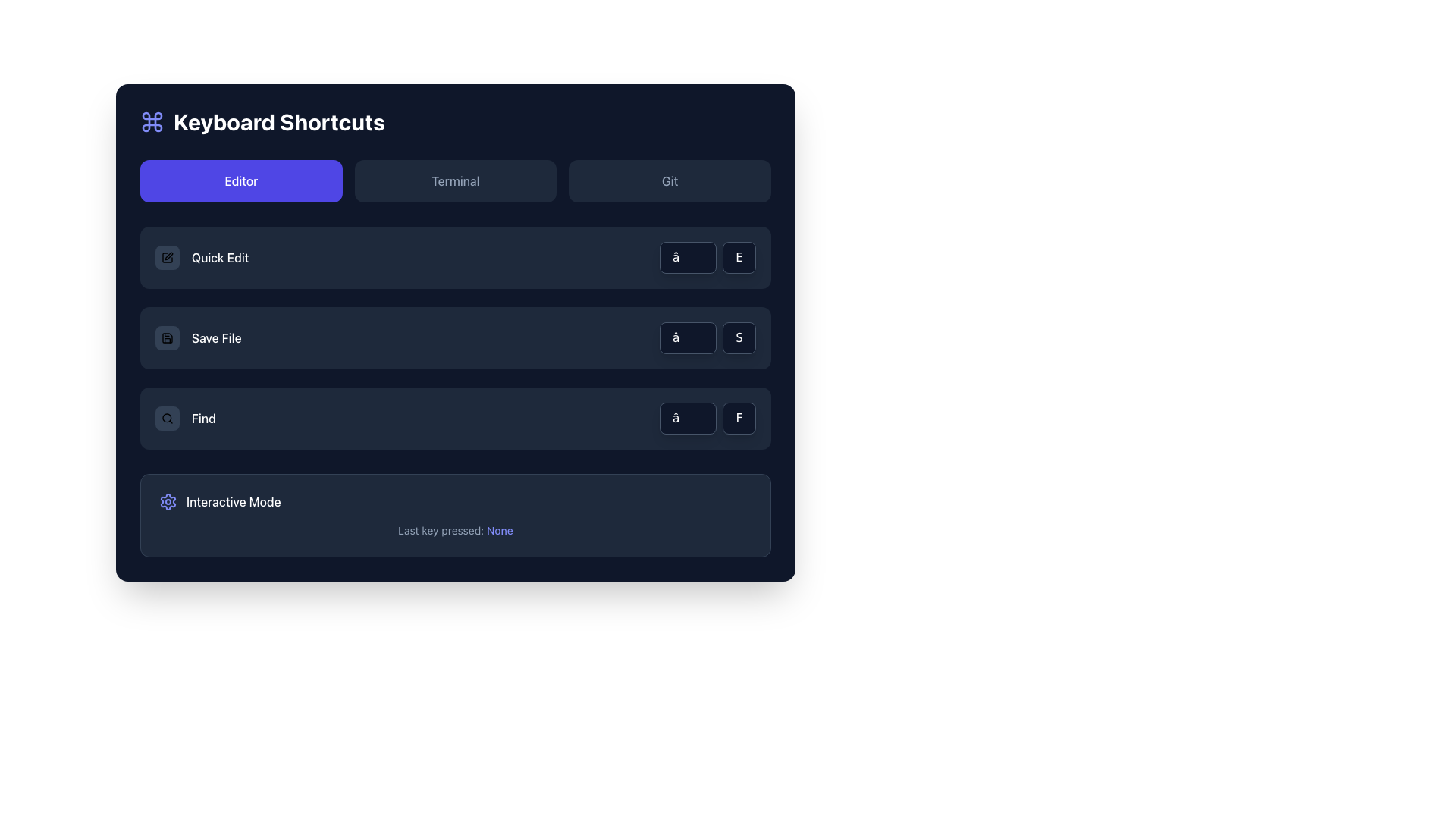 The width and height of the screenshot is (1456, 819). I want to click on to select an item from the Navigation menu located beneath the 'Keyboard Shortcuts' header, which includes 'Editor', 'Terminal', and 'Git', so click(454, 180).